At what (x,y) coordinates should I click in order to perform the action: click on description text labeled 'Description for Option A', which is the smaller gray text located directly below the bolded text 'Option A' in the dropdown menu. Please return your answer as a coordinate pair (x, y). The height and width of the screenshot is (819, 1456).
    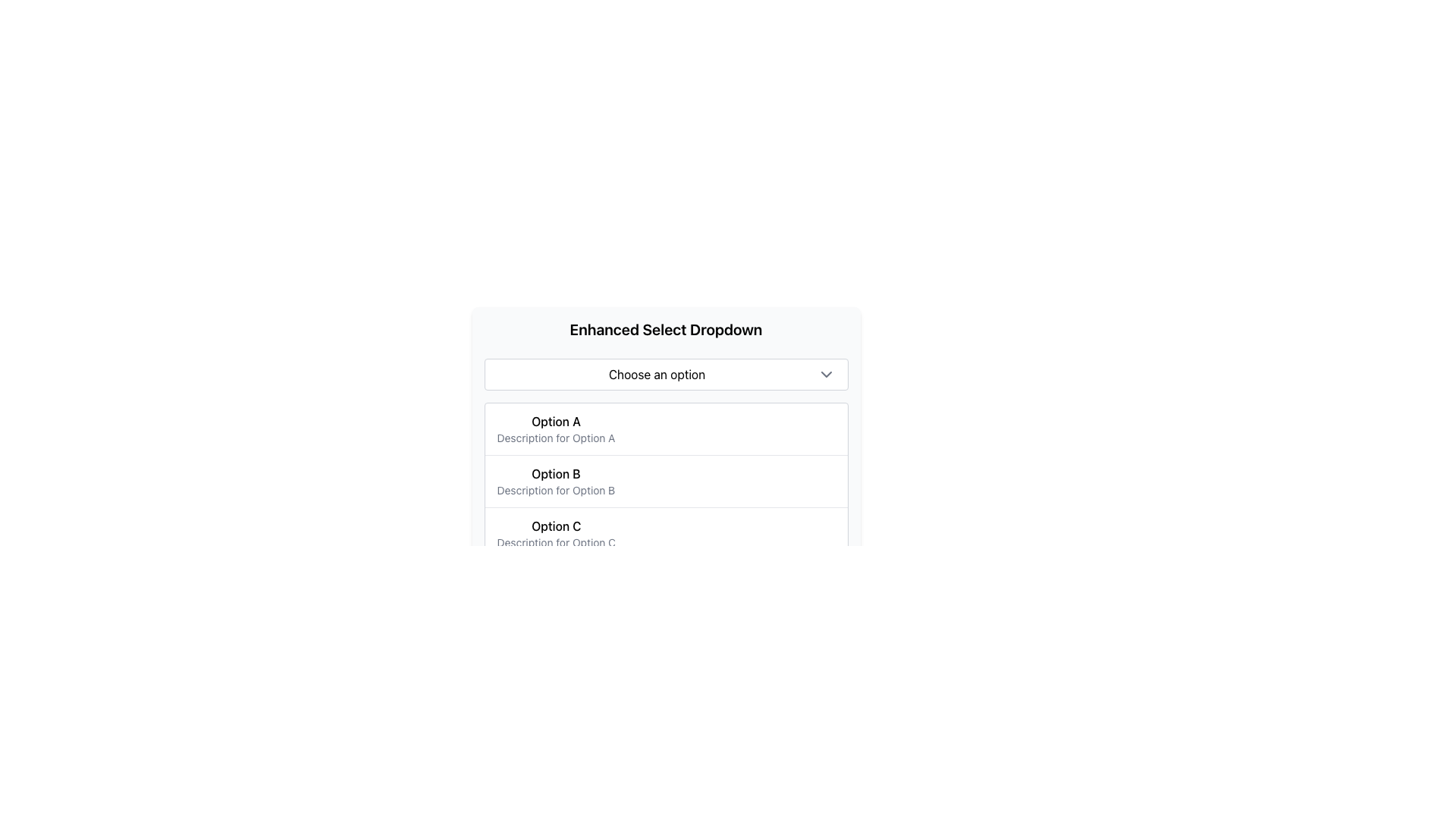
    Looking at the image, I should click on (555, 438).